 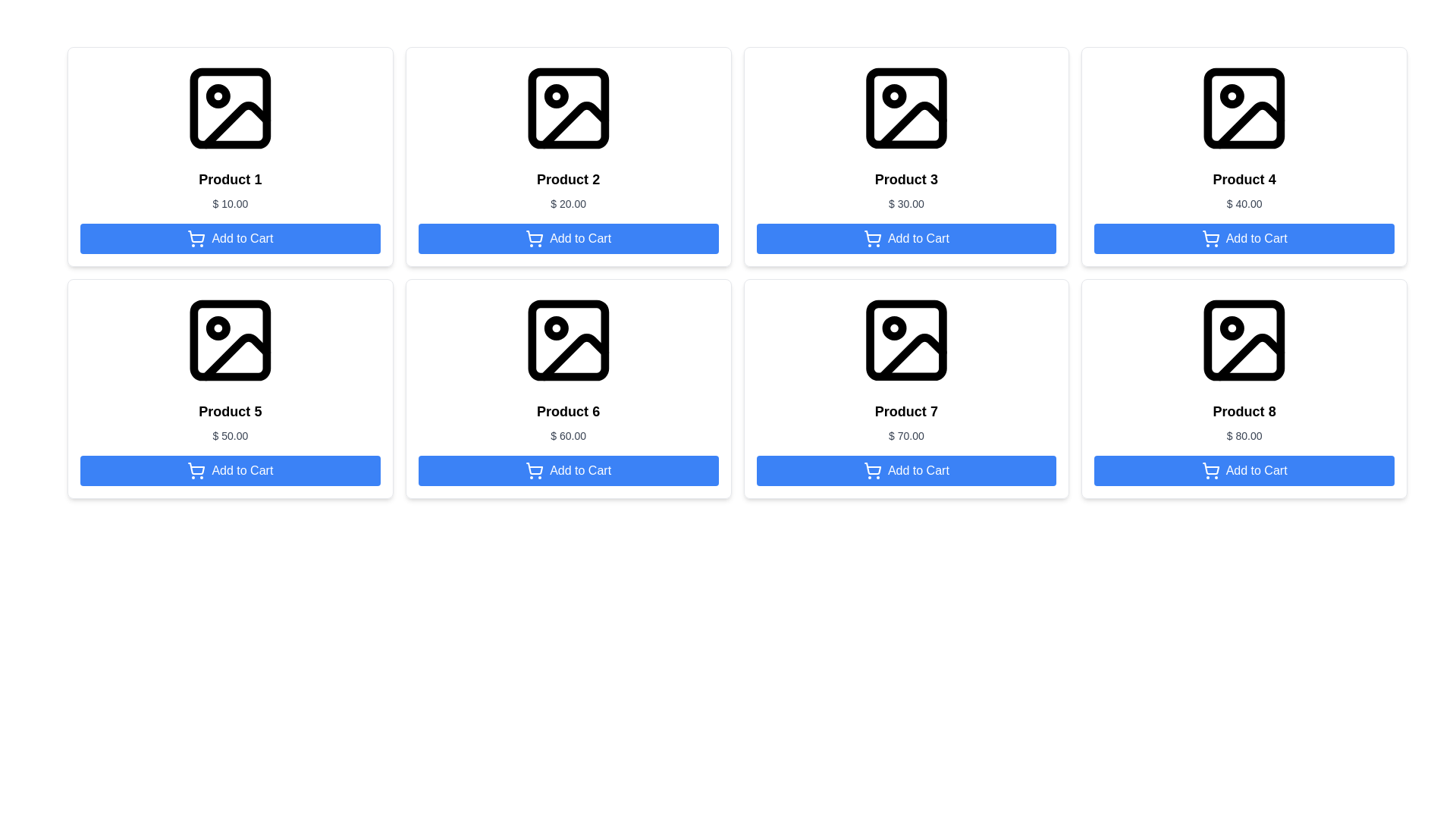 I want to click on the card displaying details about 'Product 4' located in the top-right of the grid layout, which includes an image icon, the title 'Product 4', the price '$ 40.00', and a blue 'Add to Cart' button, so click(x=1244, y=157).